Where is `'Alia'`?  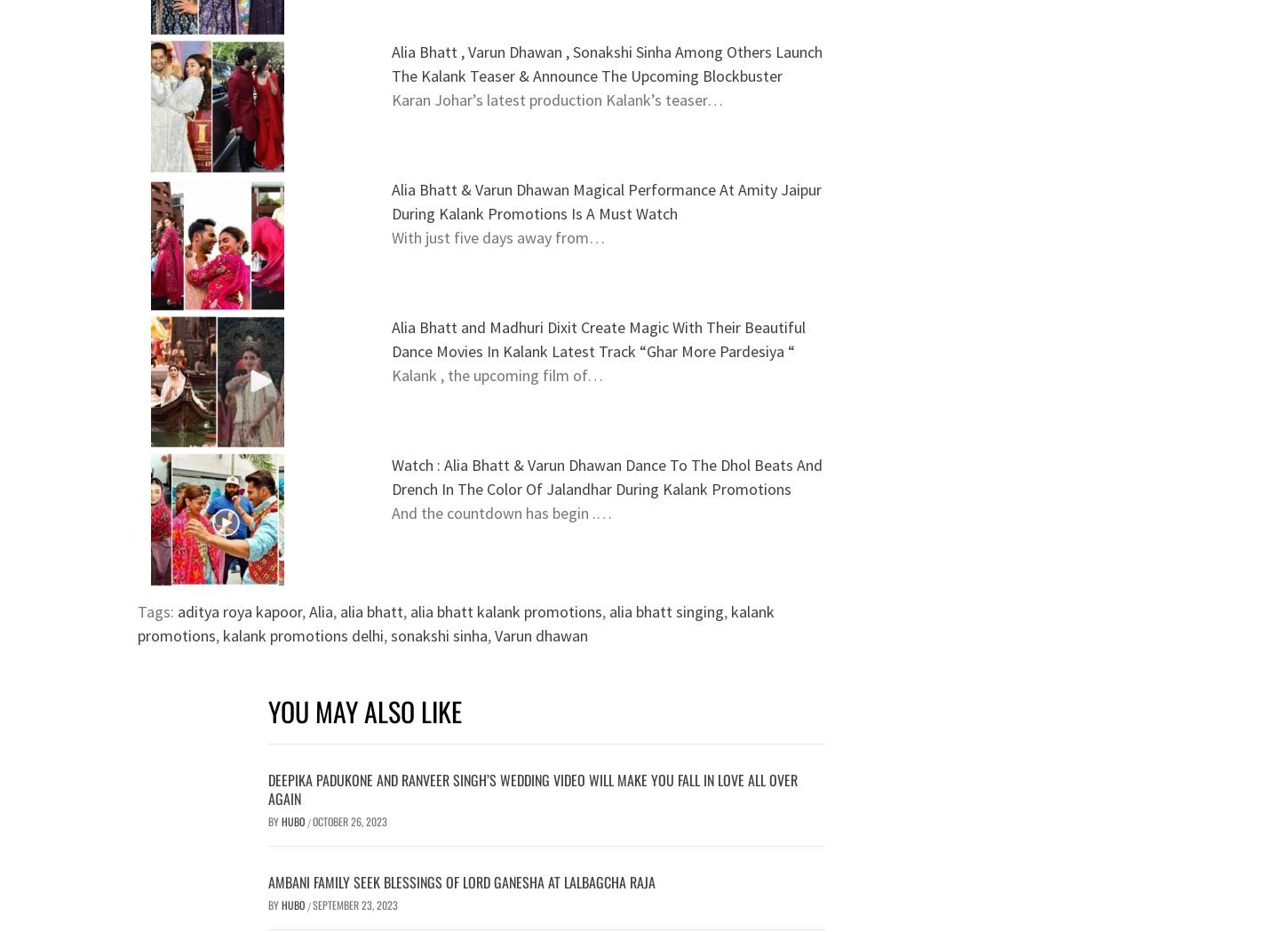 'Alia' is located at coordinates (321, 611).